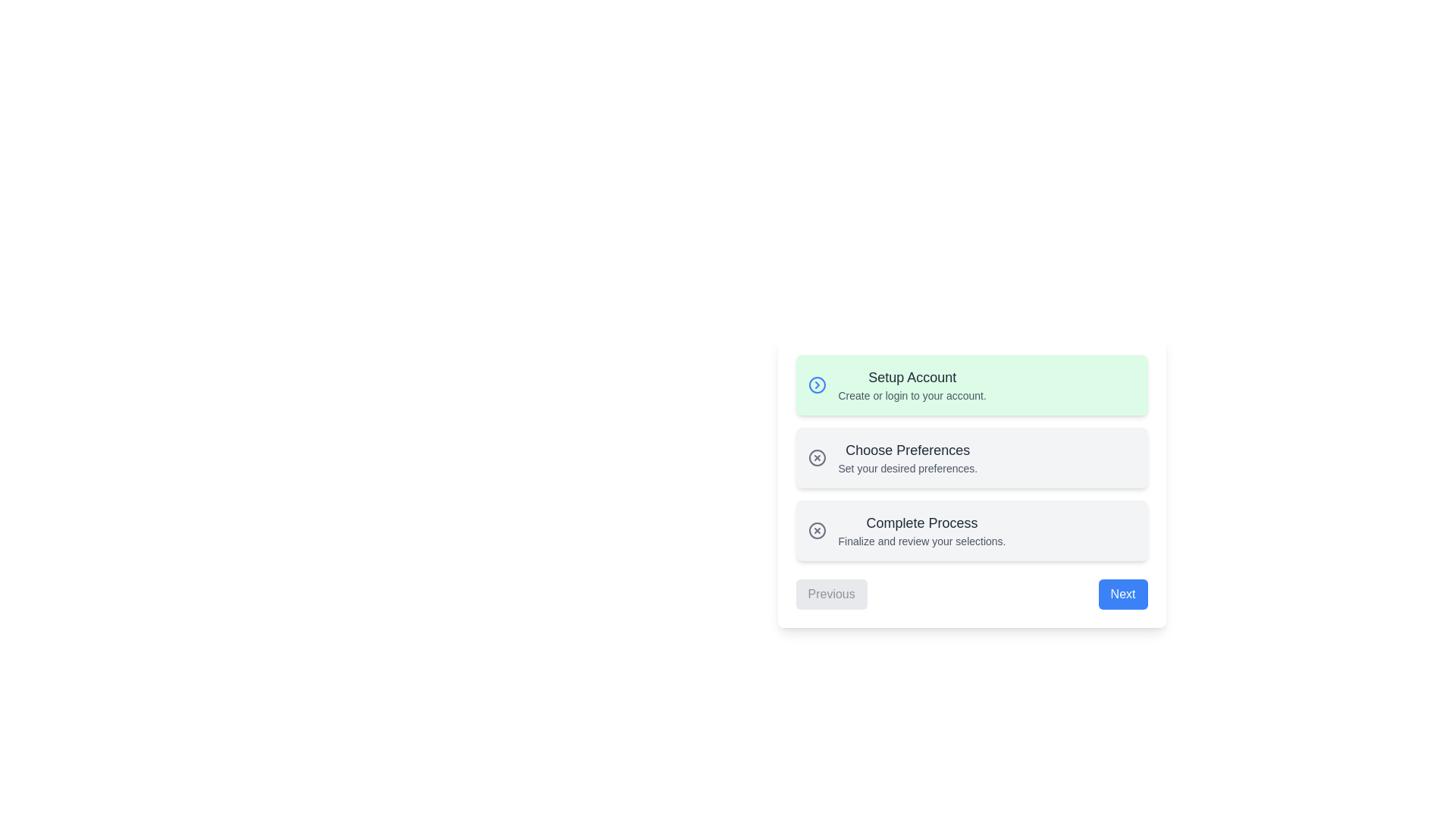 The height and width of the screenshot is (819, 1456). Describe the element at coordinates (816, 529) in the screenshot. I see `the circular close icon with a thin border, part of the 'Finalize and review your selections' section in the list of steps, positioned left of the 'Complete Process' label` at that location.